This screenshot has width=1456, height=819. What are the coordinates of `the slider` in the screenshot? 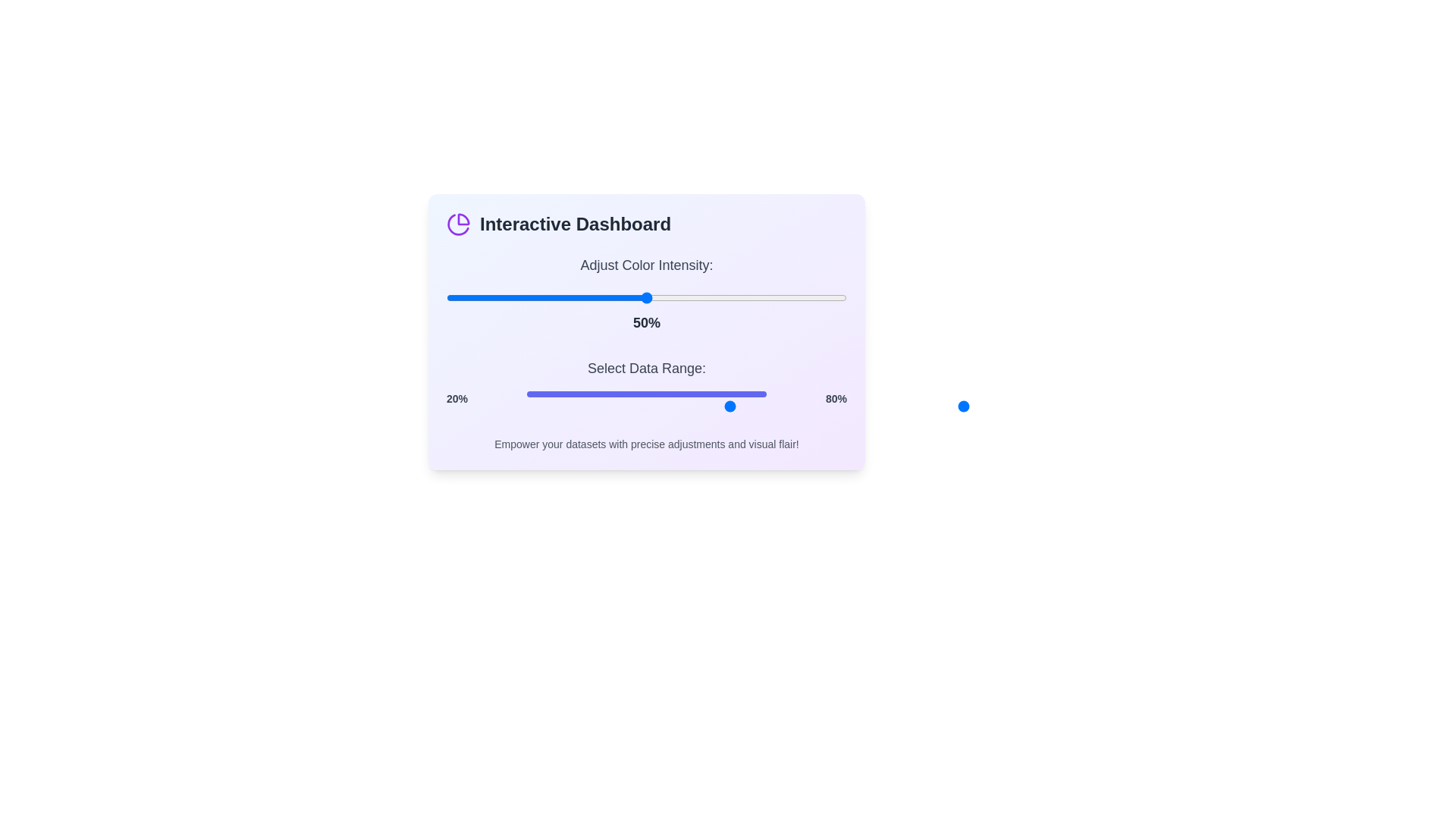 It's located at (722, 406).